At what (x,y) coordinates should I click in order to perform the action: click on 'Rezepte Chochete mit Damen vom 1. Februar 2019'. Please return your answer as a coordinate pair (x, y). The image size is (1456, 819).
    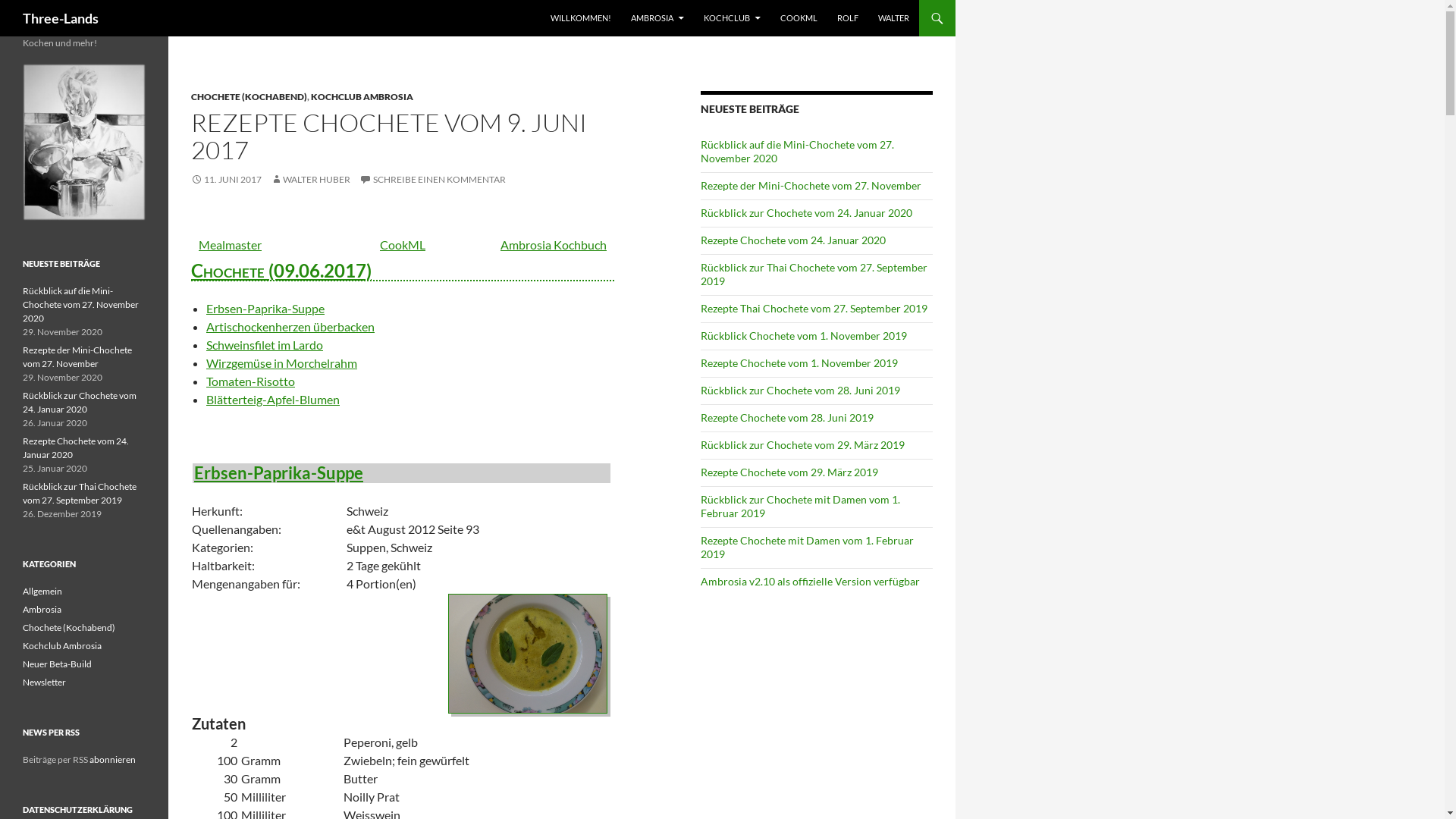
    Looking at the image, I should click on (806, 547).